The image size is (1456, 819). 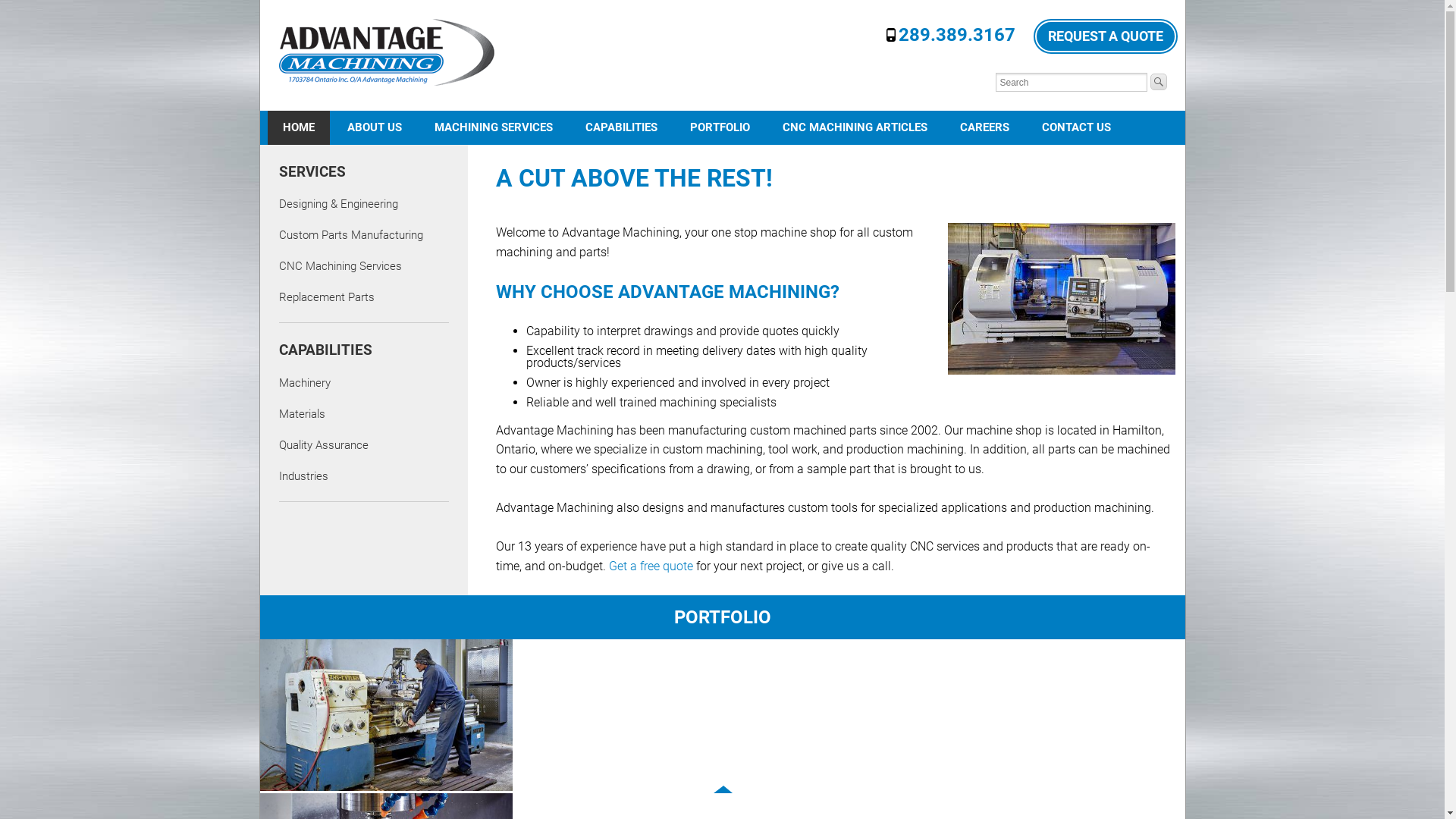 I want to click on 'Replacement Parts', so click(x=279, y=297).